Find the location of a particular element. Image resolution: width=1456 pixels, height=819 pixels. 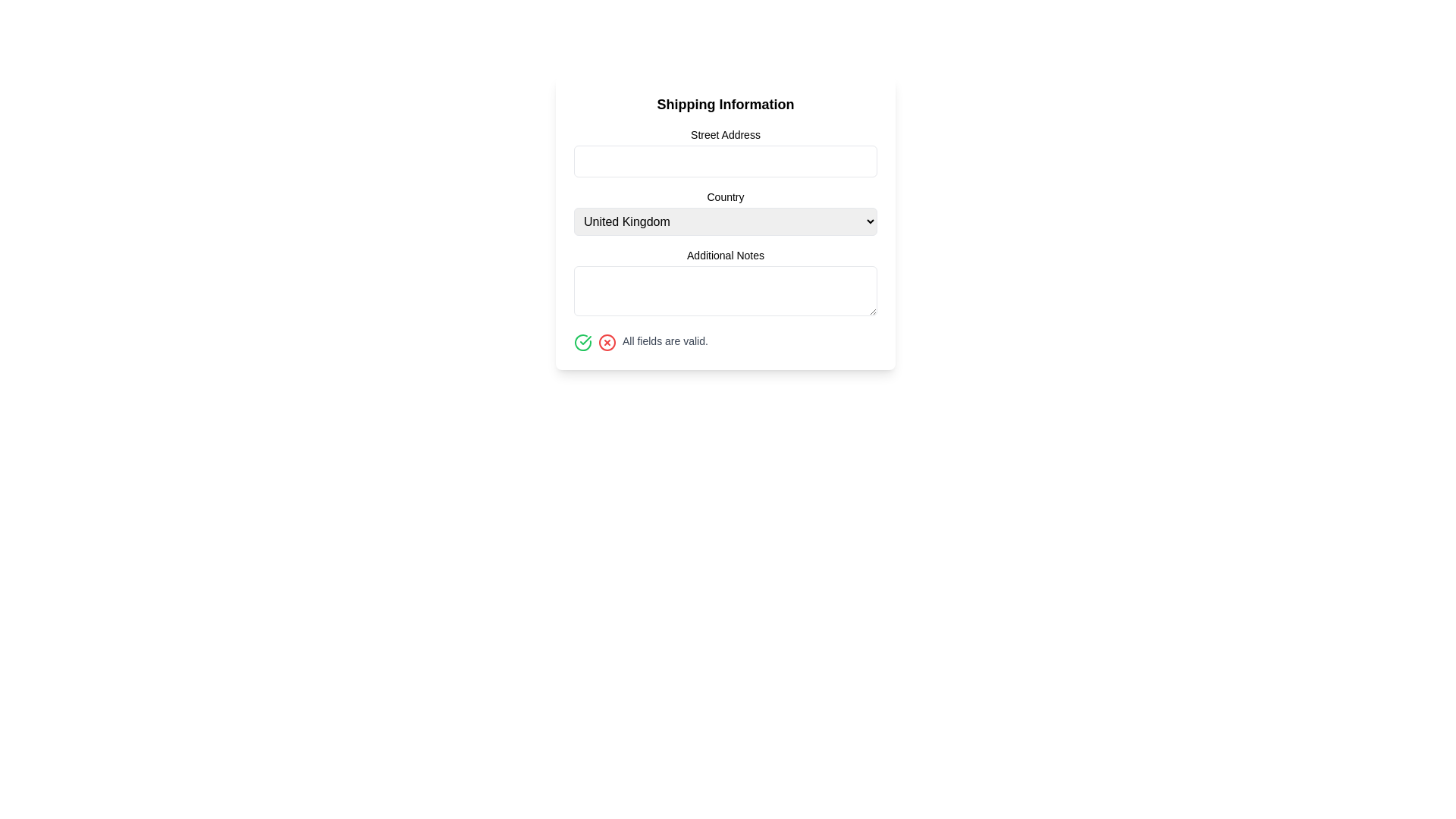

the dropdown menu for country selection is located at coordinates (724, 212).